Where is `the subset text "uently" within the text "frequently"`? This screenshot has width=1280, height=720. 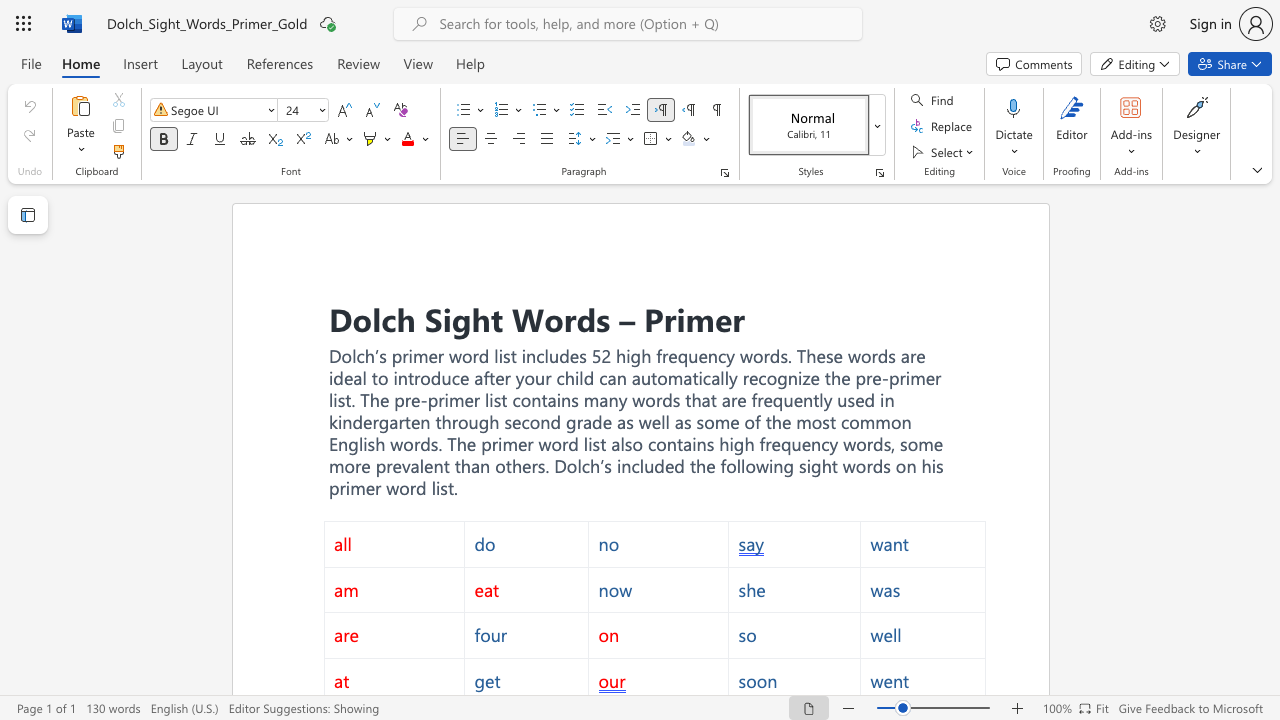
the subset text "uently" within the text "frequently" is located at coordinates (782, 400).